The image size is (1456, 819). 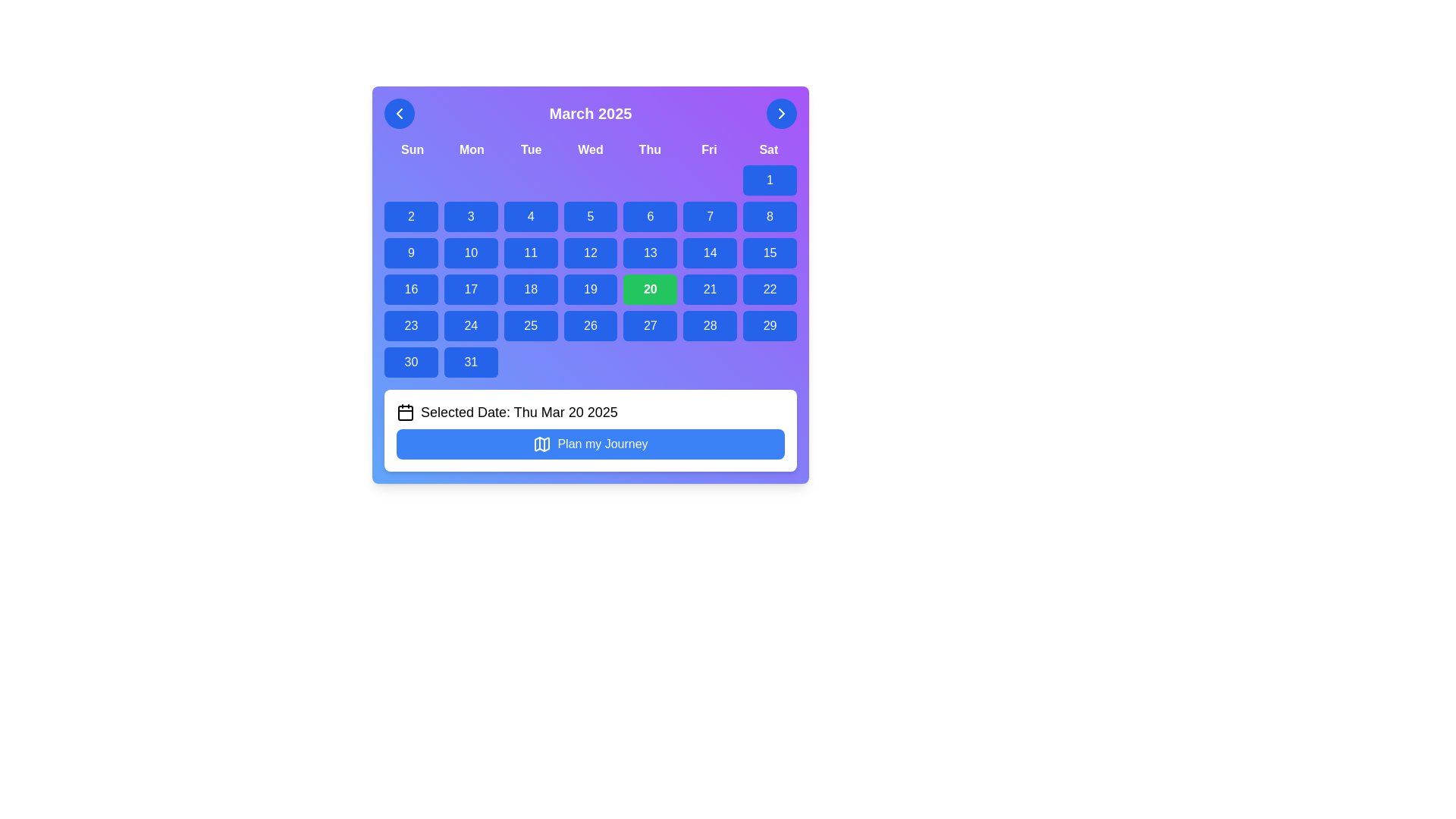 What do you see at coordinates (413, 149) in the screenshot?
I see `the static text label displaying 'Sun' in white color on a purple background, which is the first element in the row of days of the week` at bounding box center [413, 149].